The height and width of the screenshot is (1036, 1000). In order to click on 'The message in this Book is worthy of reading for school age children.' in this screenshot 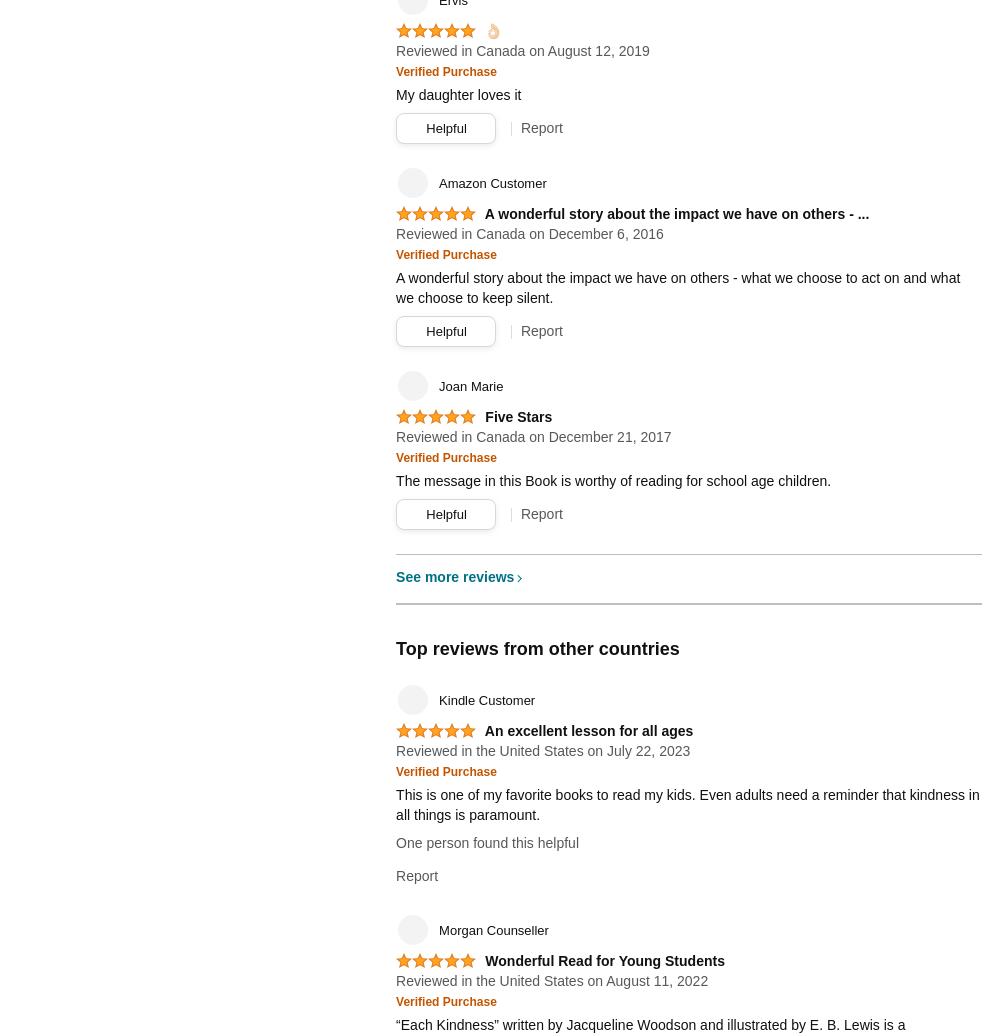, I will do `click(612, 481)`.